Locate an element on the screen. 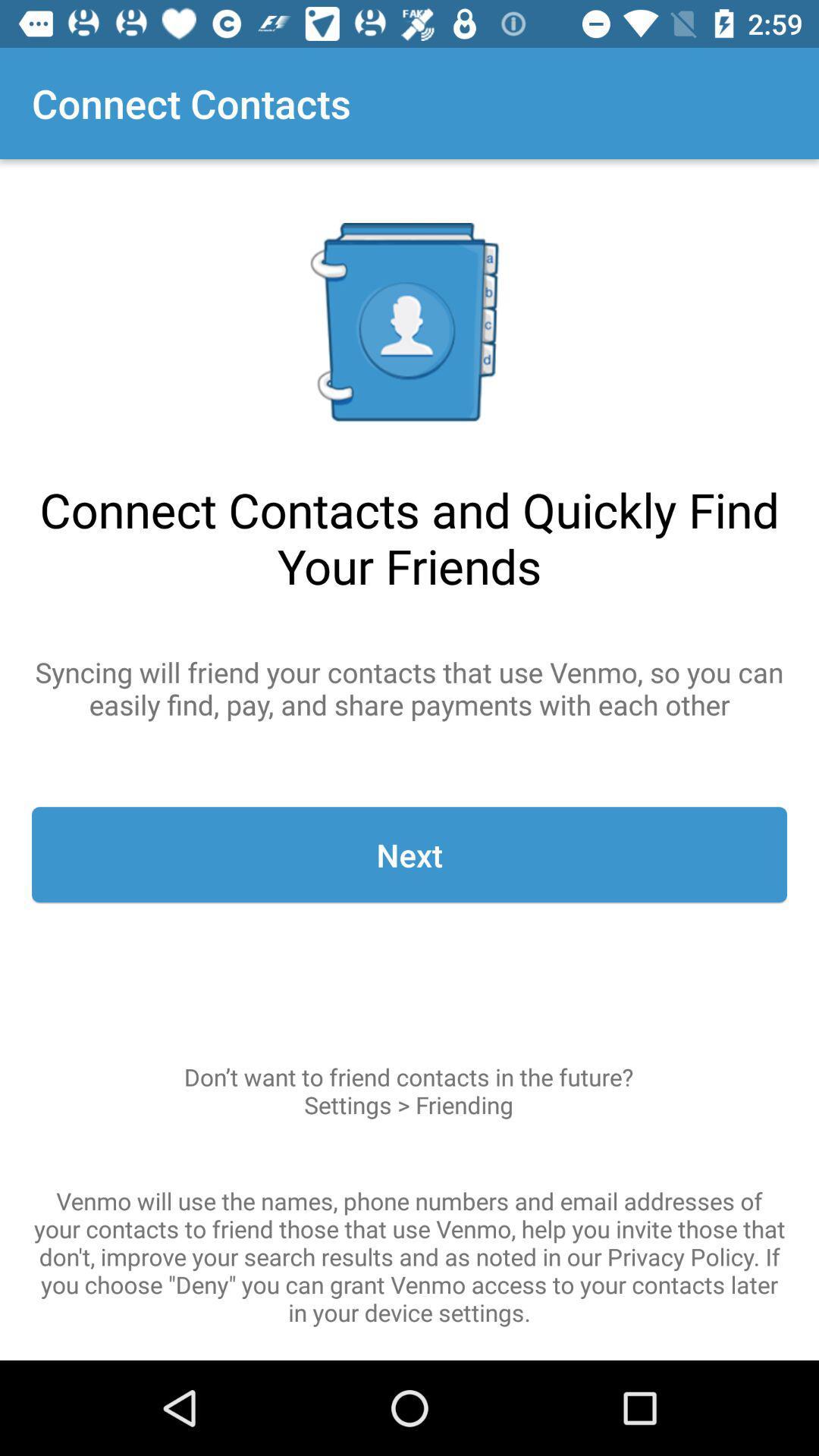 This screenshot has width=819, height=1456. the icon above the don t want icon is located at coordinates (409, 855).